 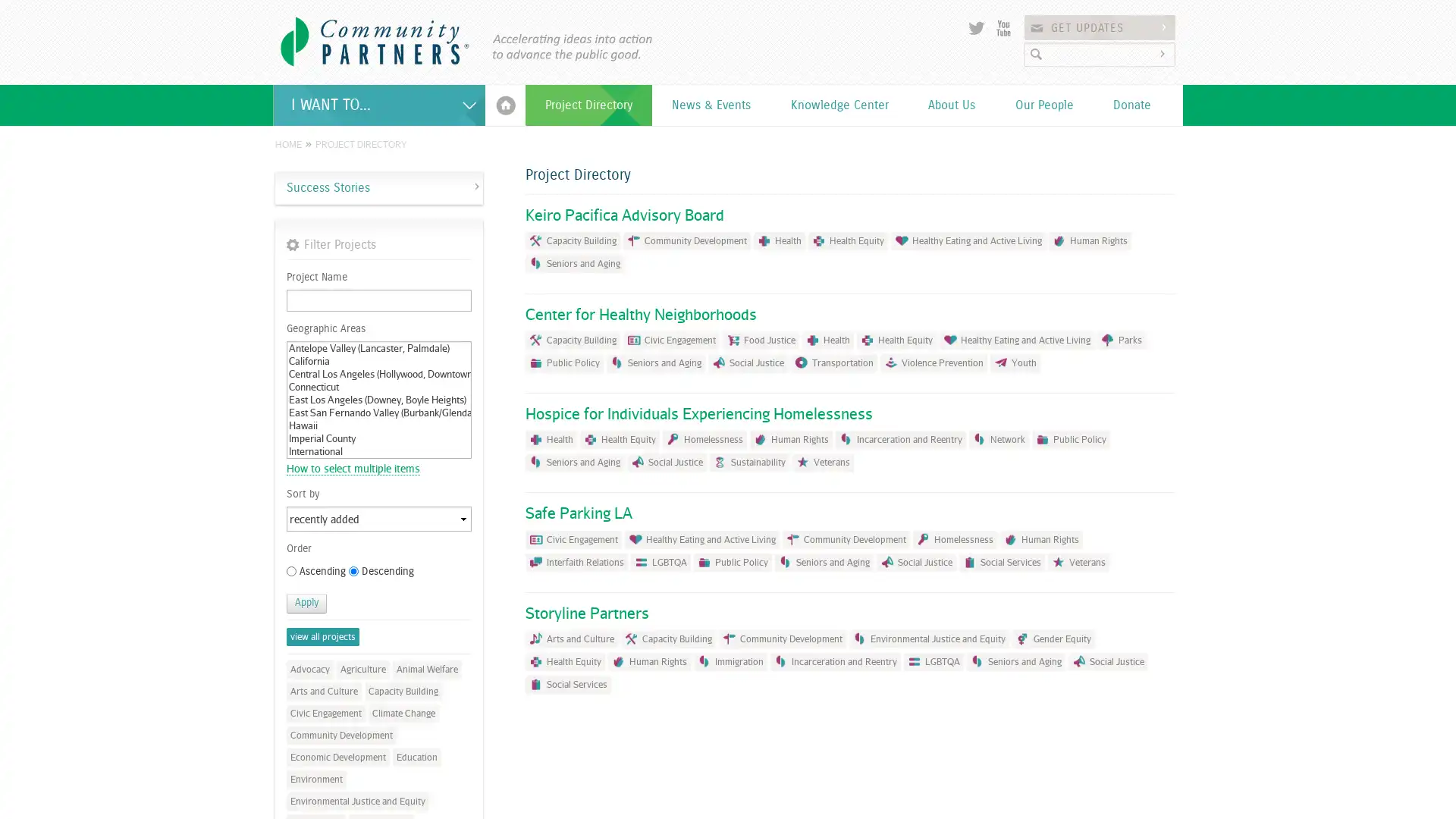 I want to click on Search, so click(x=1164, y=53).